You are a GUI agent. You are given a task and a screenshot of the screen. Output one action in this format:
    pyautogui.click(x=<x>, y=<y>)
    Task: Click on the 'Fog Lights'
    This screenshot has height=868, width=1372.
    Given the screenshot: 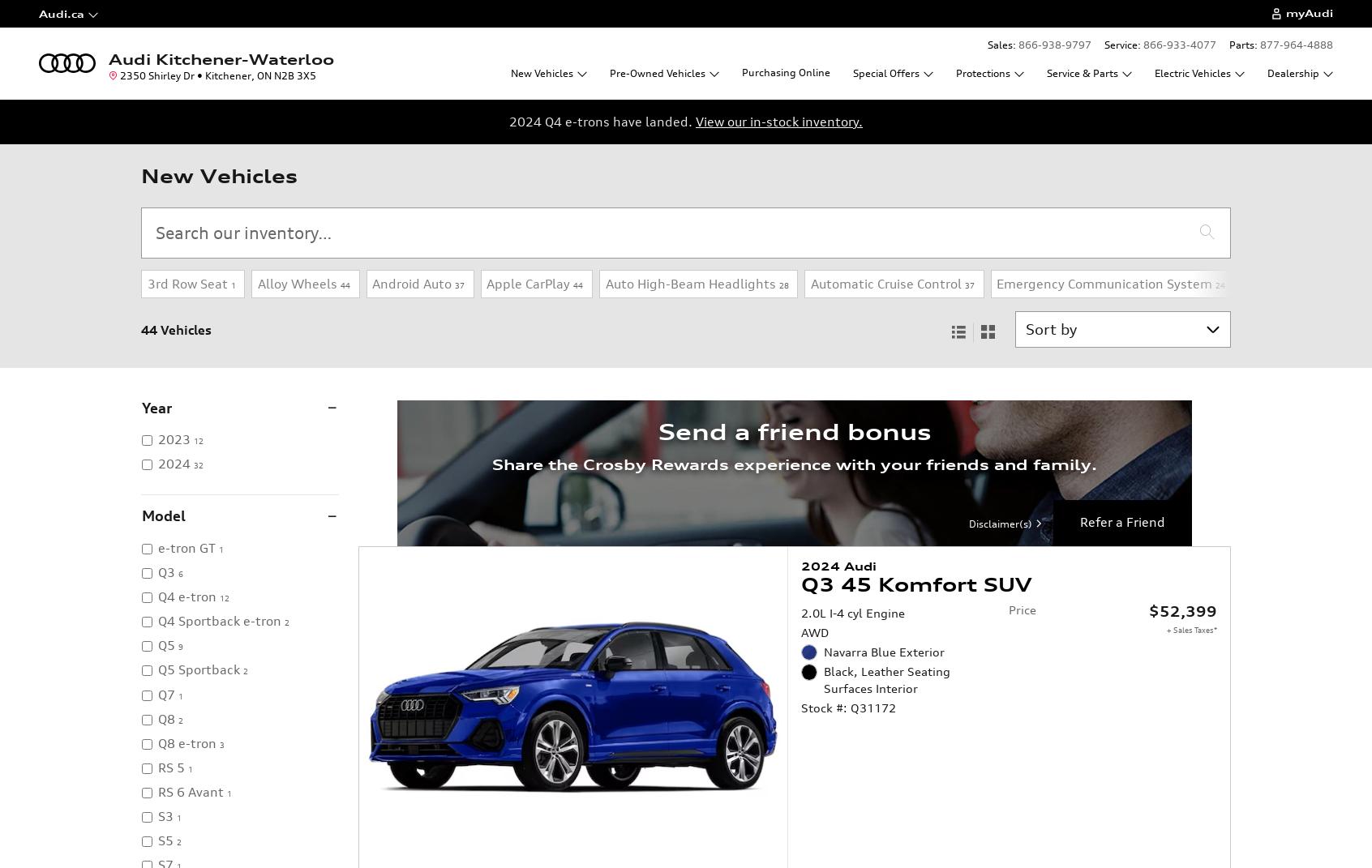 What is the action you would take?
    pyautogui.click(x=1278, y=282)
    